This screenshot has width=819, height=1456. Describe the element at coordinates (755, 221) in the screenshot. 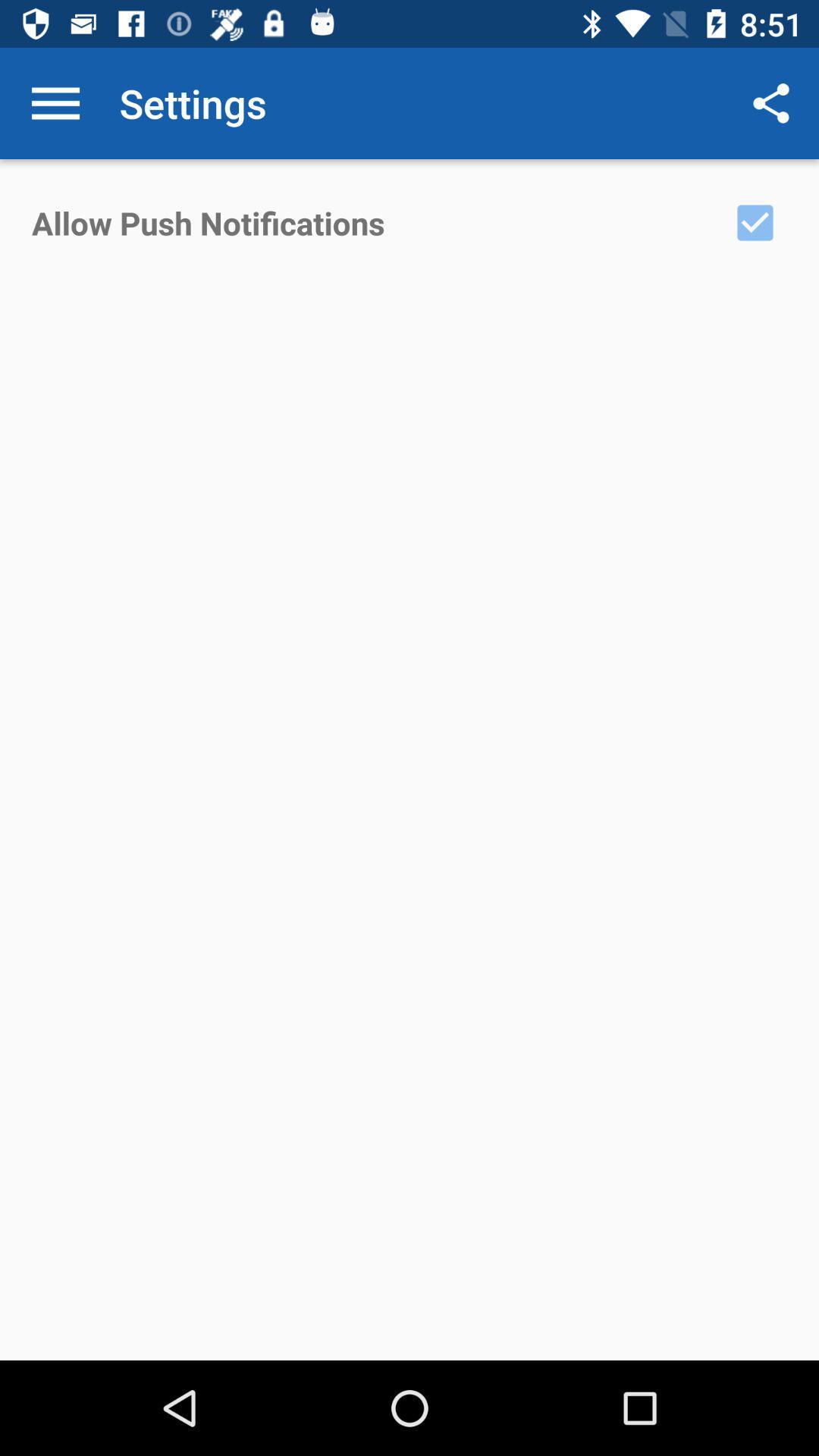

I see `allow push notifications` at that location.